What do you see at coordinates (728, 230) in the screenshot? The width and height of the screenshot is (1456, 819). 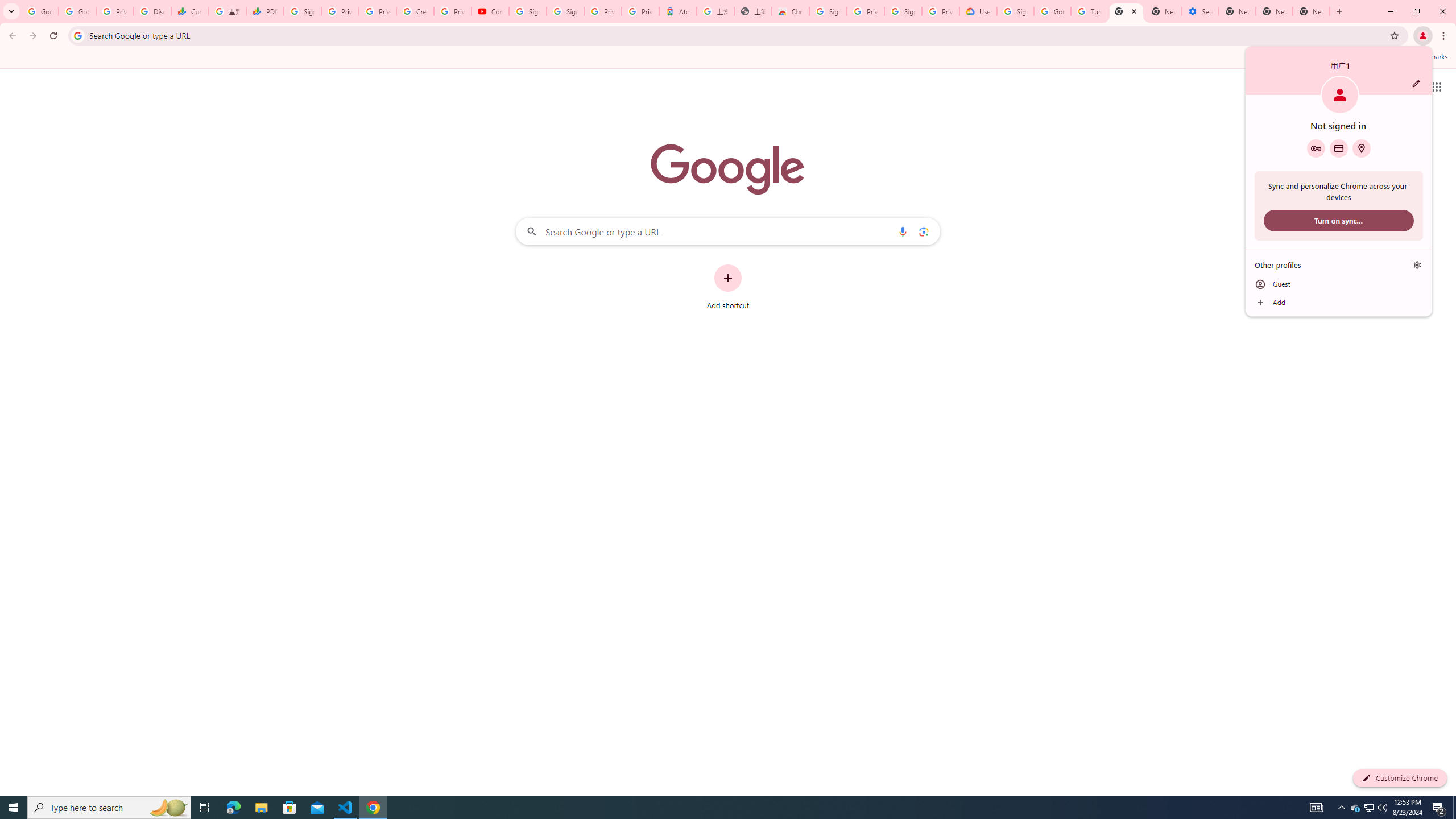 I see `'Search Google or type a URL'` at bounding box center [728, 230].